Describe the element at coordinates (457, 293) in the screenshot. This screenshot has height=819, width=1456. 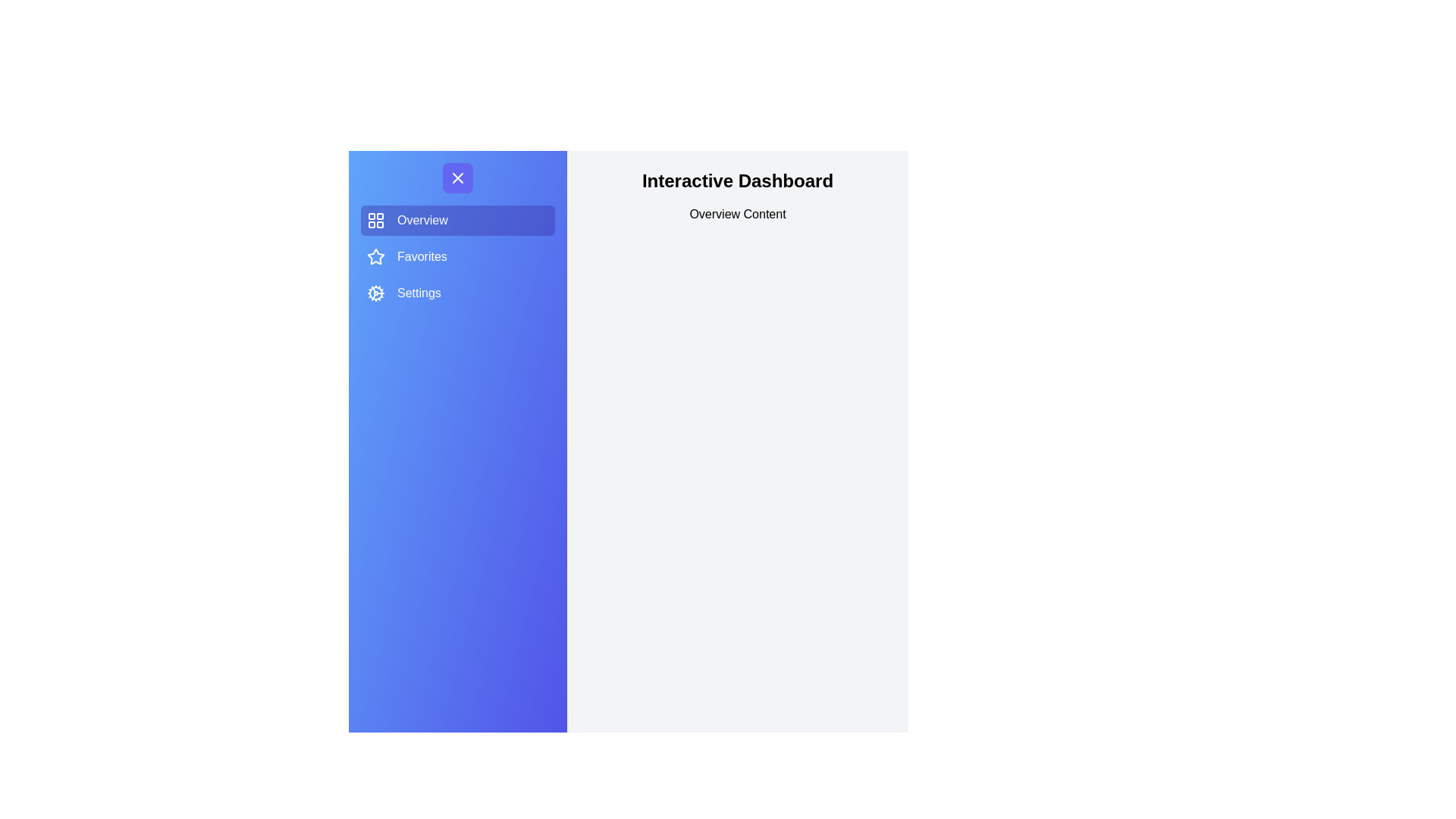
I see `the Settings section by clicking its menu item` at that location.